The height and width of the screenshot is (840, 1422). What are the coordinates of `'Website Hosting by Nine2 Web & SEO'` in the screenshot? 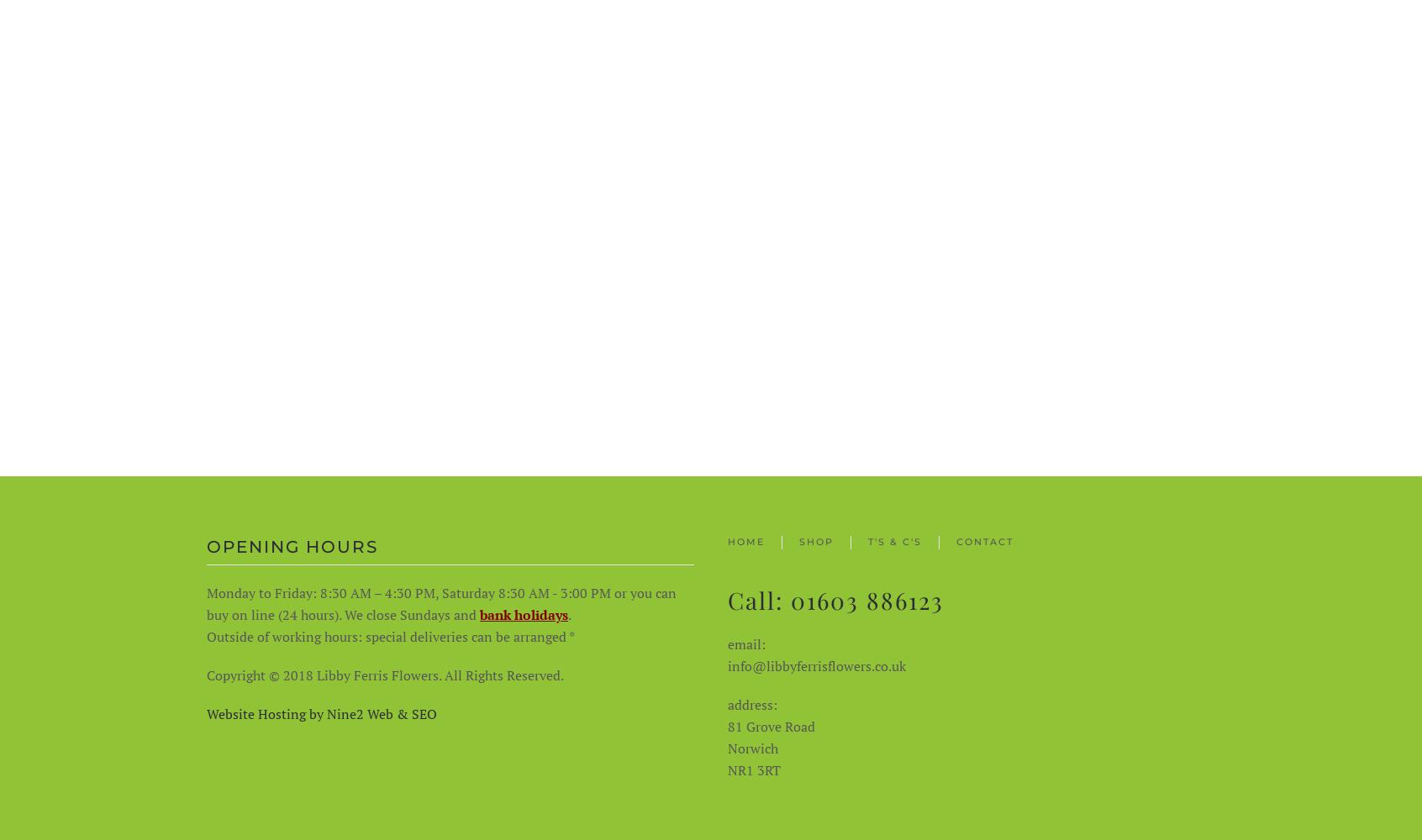 It's located at (322, 712).